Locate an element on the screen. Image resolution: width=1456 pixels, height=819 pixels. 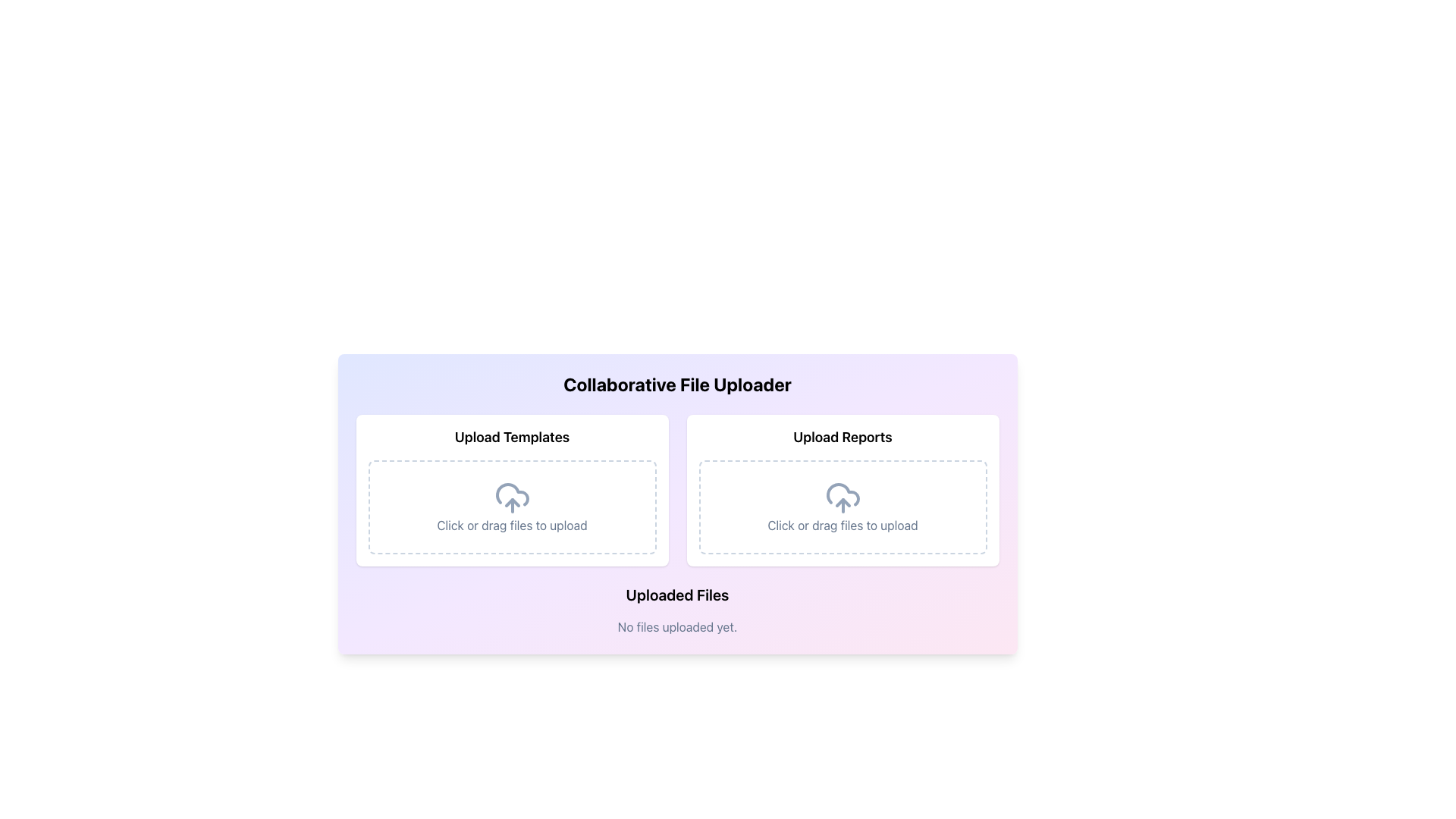
the upwards arrowhead icon within the cloud shape, indicating the upload functionality, located in the center of the 'Upload Templates' block is located at coordinates (512, 503).